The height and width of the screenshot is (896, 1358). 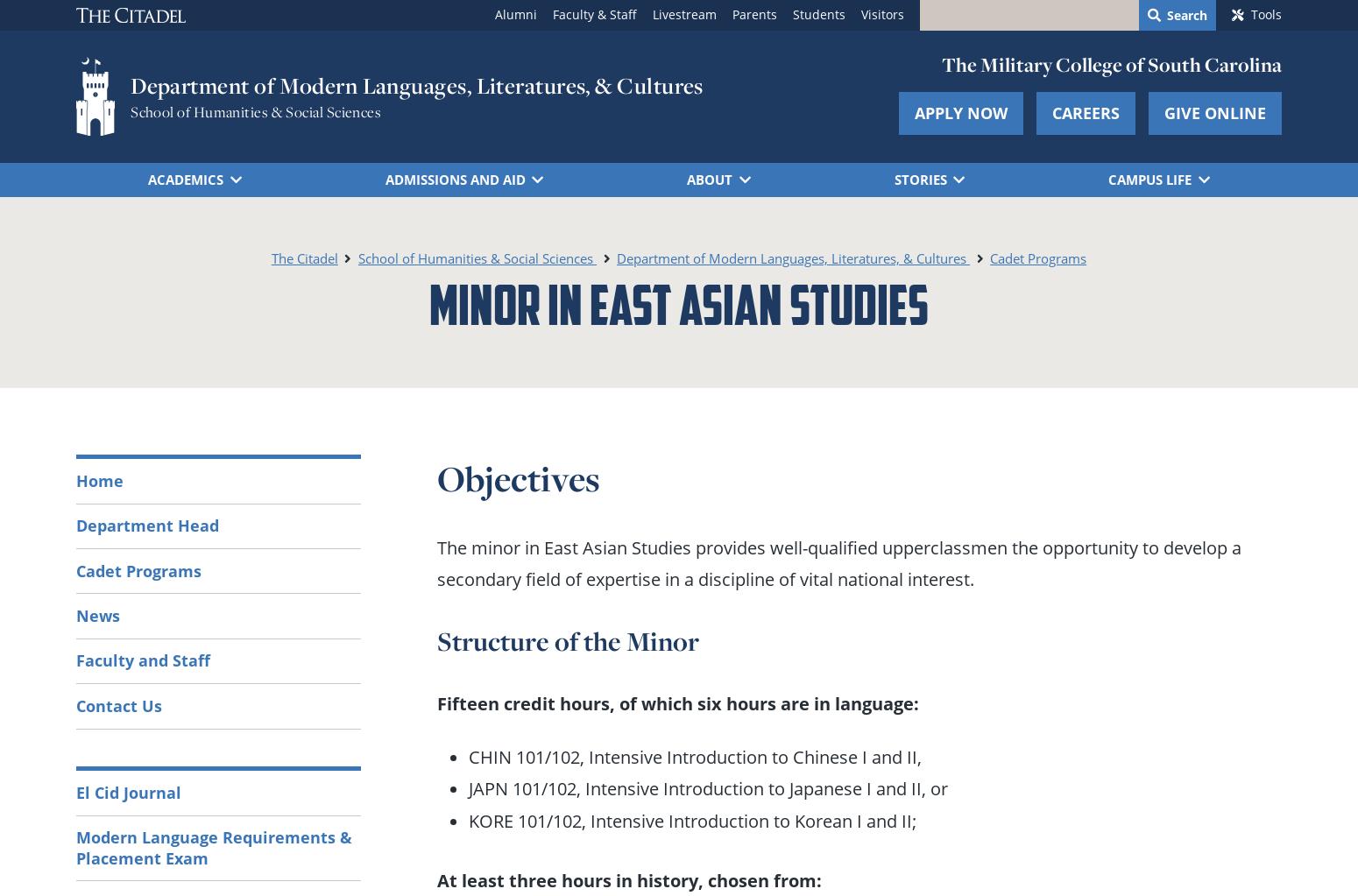 I want to click on 'Objectives', so click(x=435, y=477).